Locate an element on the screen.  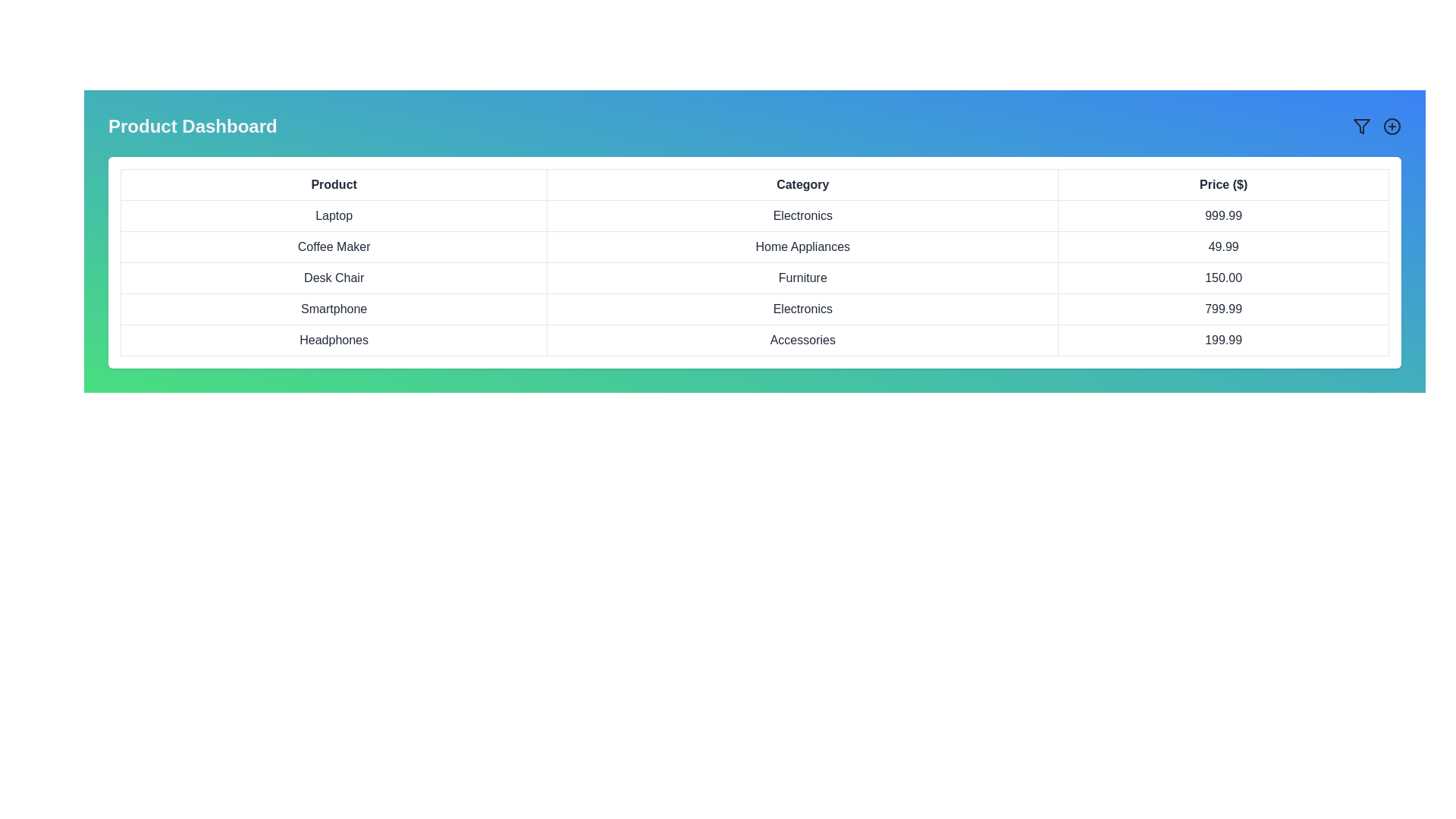
the table header labeled 'Price ($)' which is the third column header in the table is located at coordinates (1223, 184).